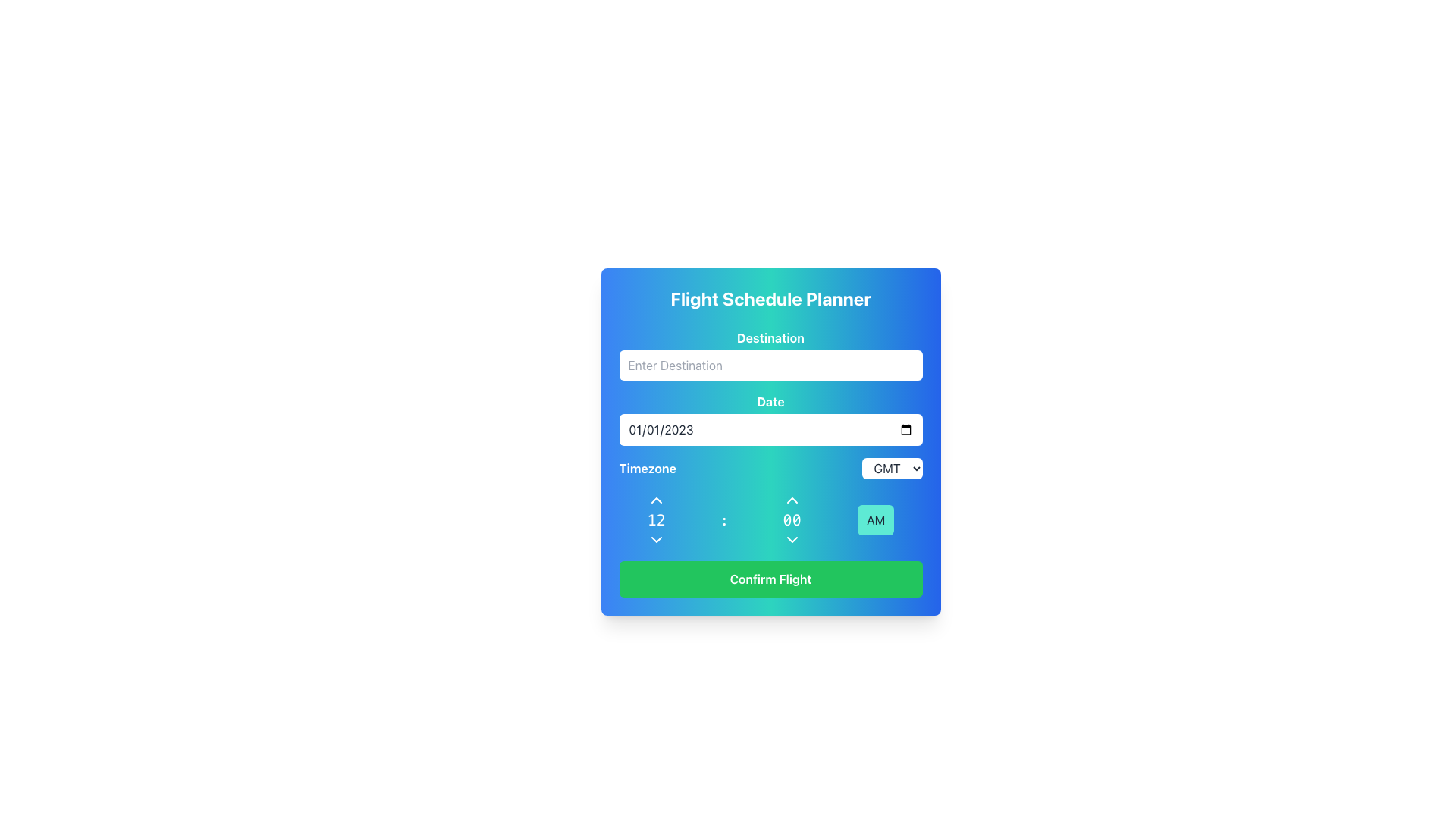 The image size is (1456, 819). Describe the element at coordinates (656, 500) in the screenshot. I see `the upward triangular button with a thin white outline against a gradient blue background to increment the hour value displayed below it` at that location.